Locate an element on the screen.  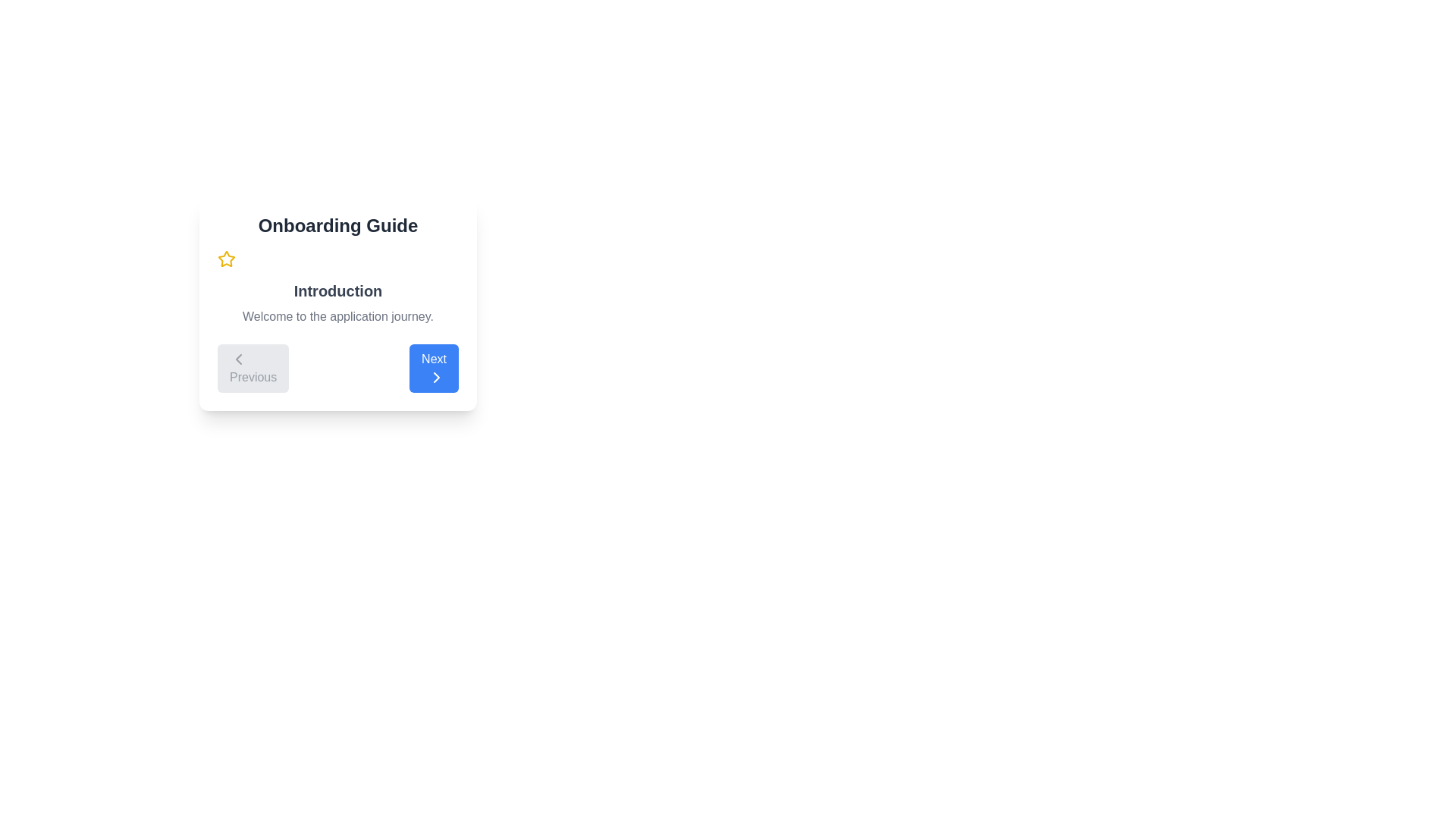
the blue 'Next' button with rounded corners that contains a right-pointing chevron icon, positioned to the right of the 'Previous' button is located at coordinates (433, 369).